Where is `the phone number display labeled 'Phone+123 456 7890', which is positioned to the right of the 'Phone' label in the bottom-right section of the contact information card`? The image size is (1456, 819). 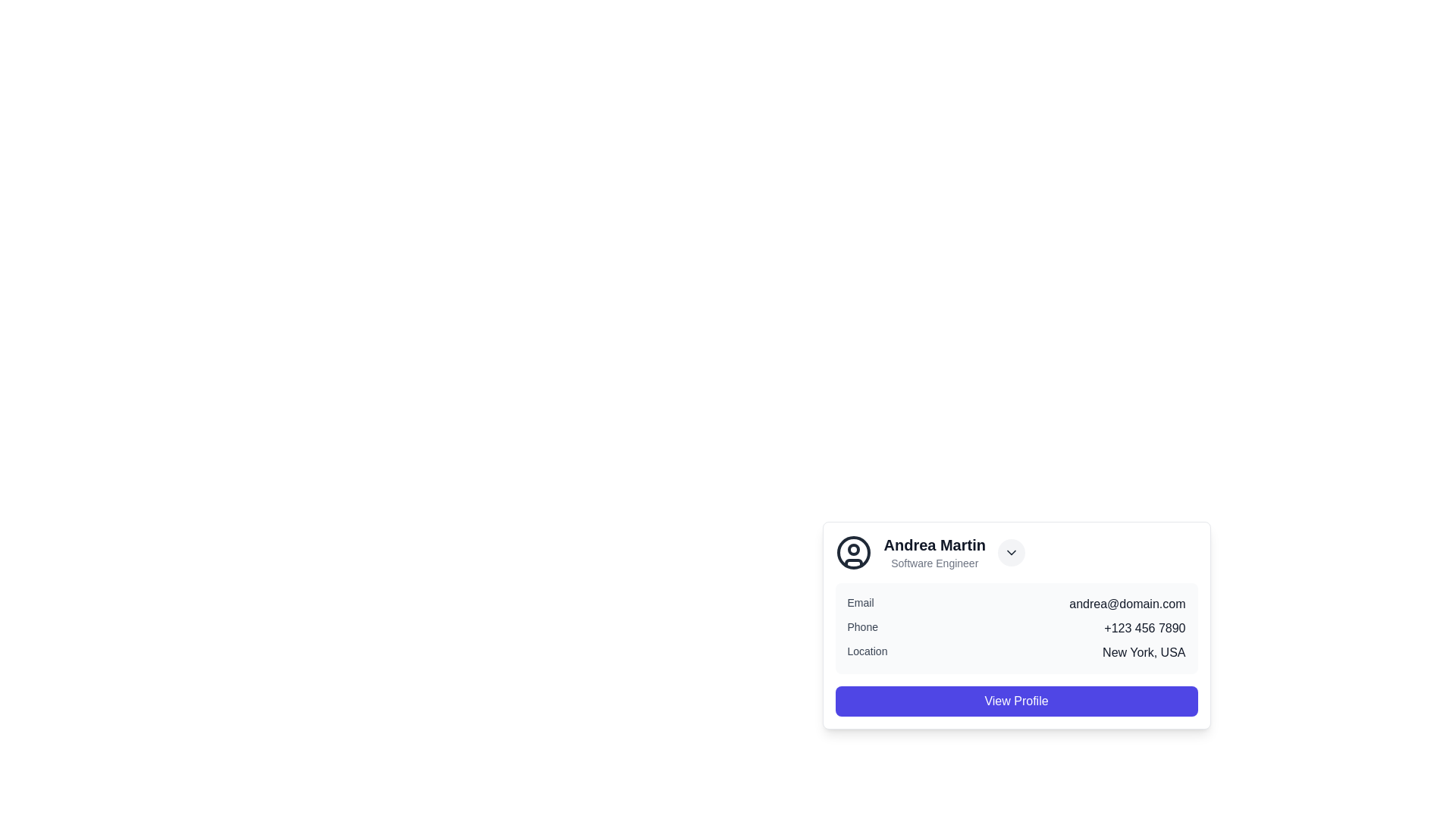
the phone number display labeled 'Phone+123 456 7890', which is positioned to the right of the 'Phone' label in the bottom-right section of the contact information card is located at coordinates (1144, 629).